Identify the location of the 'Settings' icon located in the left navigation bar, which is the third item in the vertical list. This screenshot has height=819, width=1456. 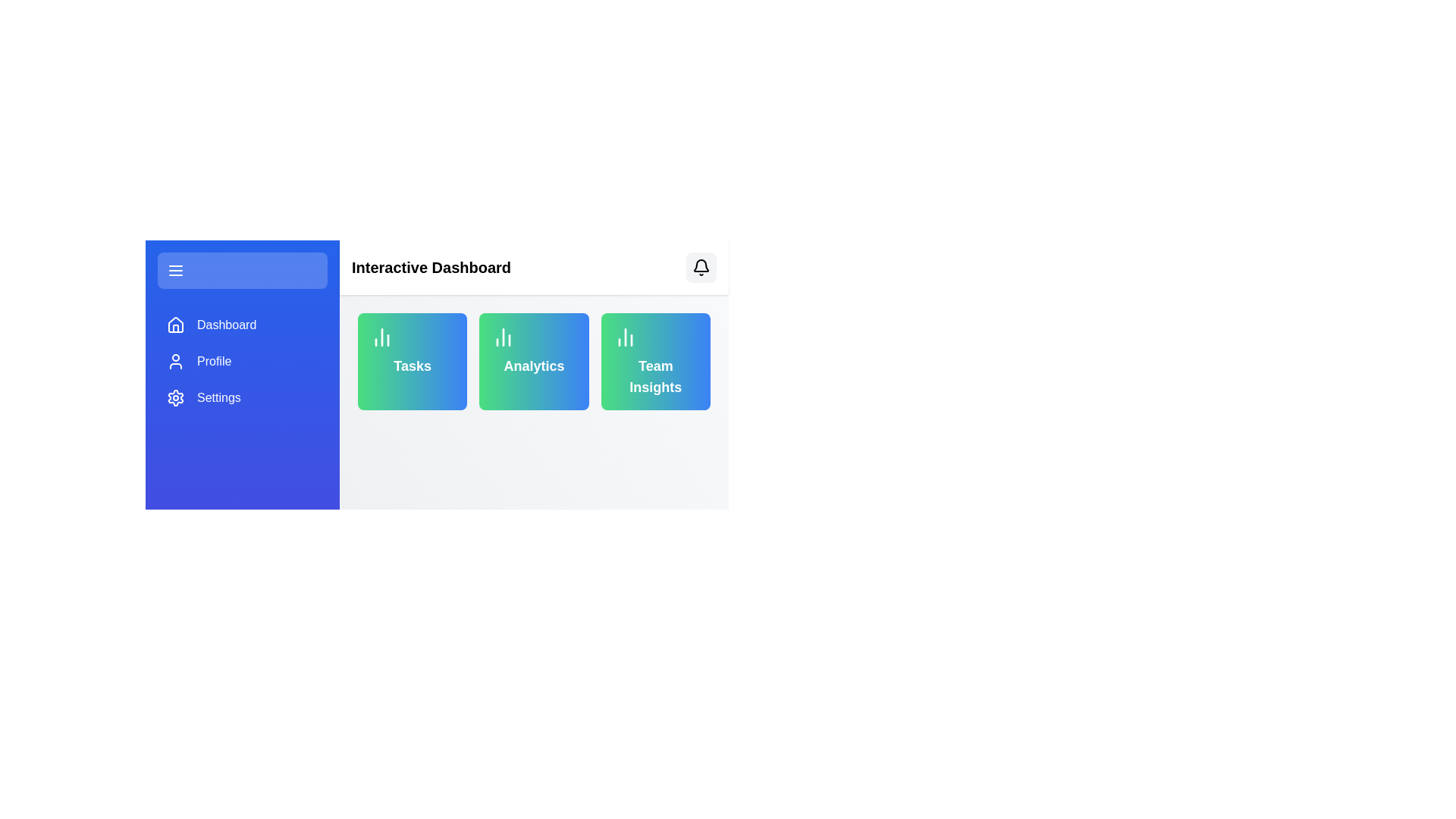
(175, 397).